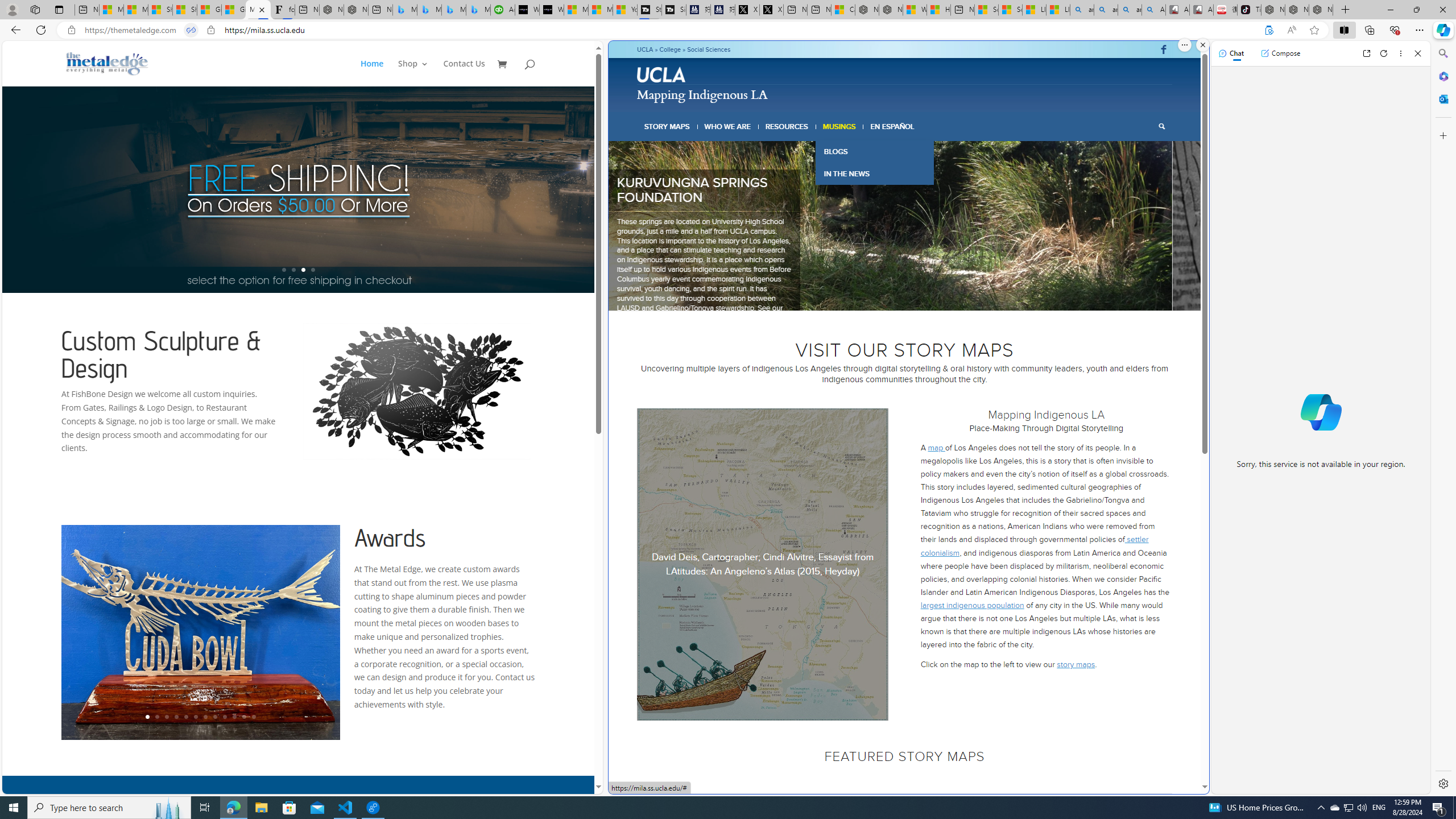 This screenshot has width=1456, height=819. Describe the element at coordinates (839, 126) in the screenshot. I see `'MUSINGS BLOGS IN THE NEWS'` at that location.